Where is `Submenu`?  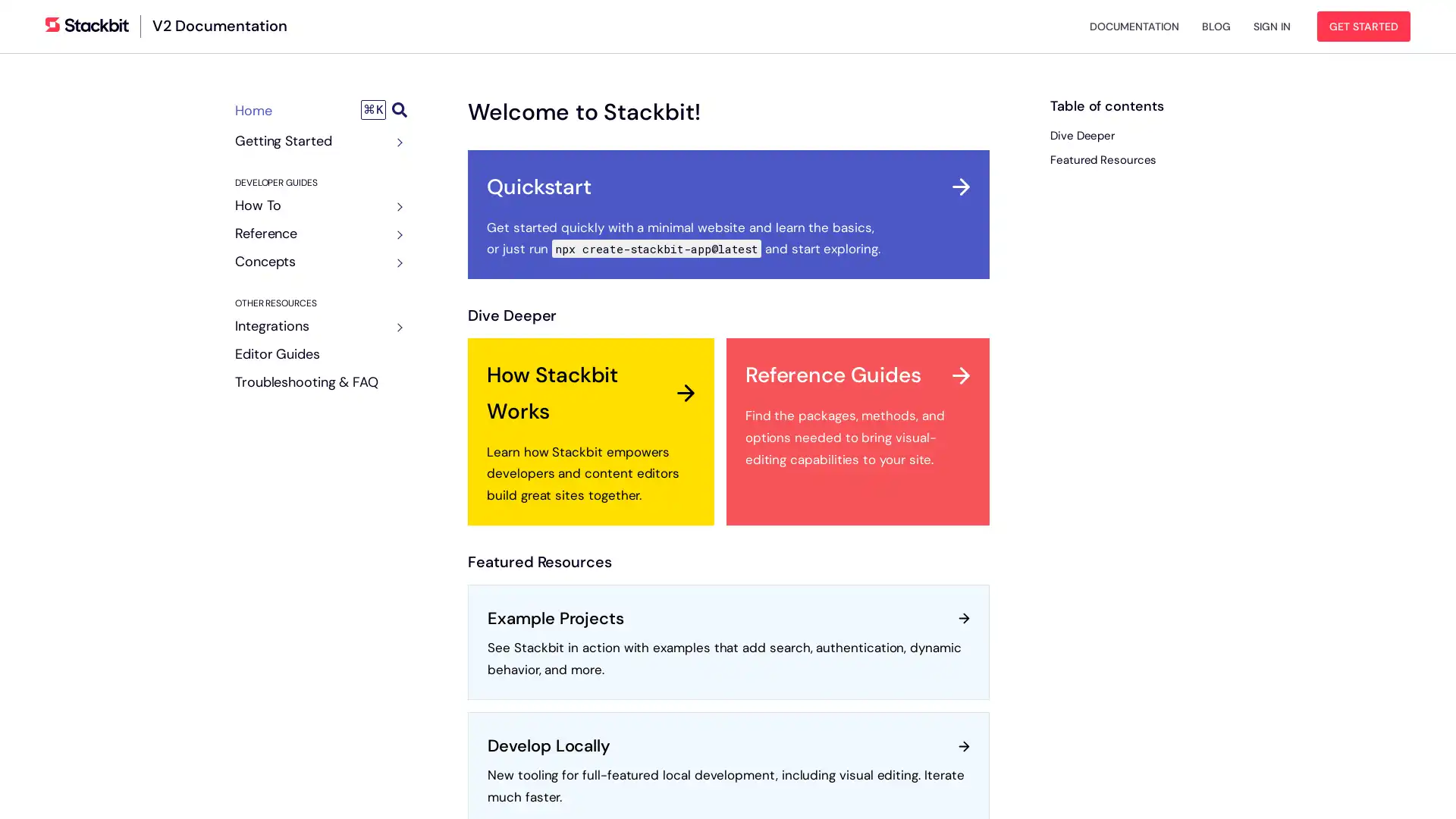
Submenu is located at coordinates (396, 234).